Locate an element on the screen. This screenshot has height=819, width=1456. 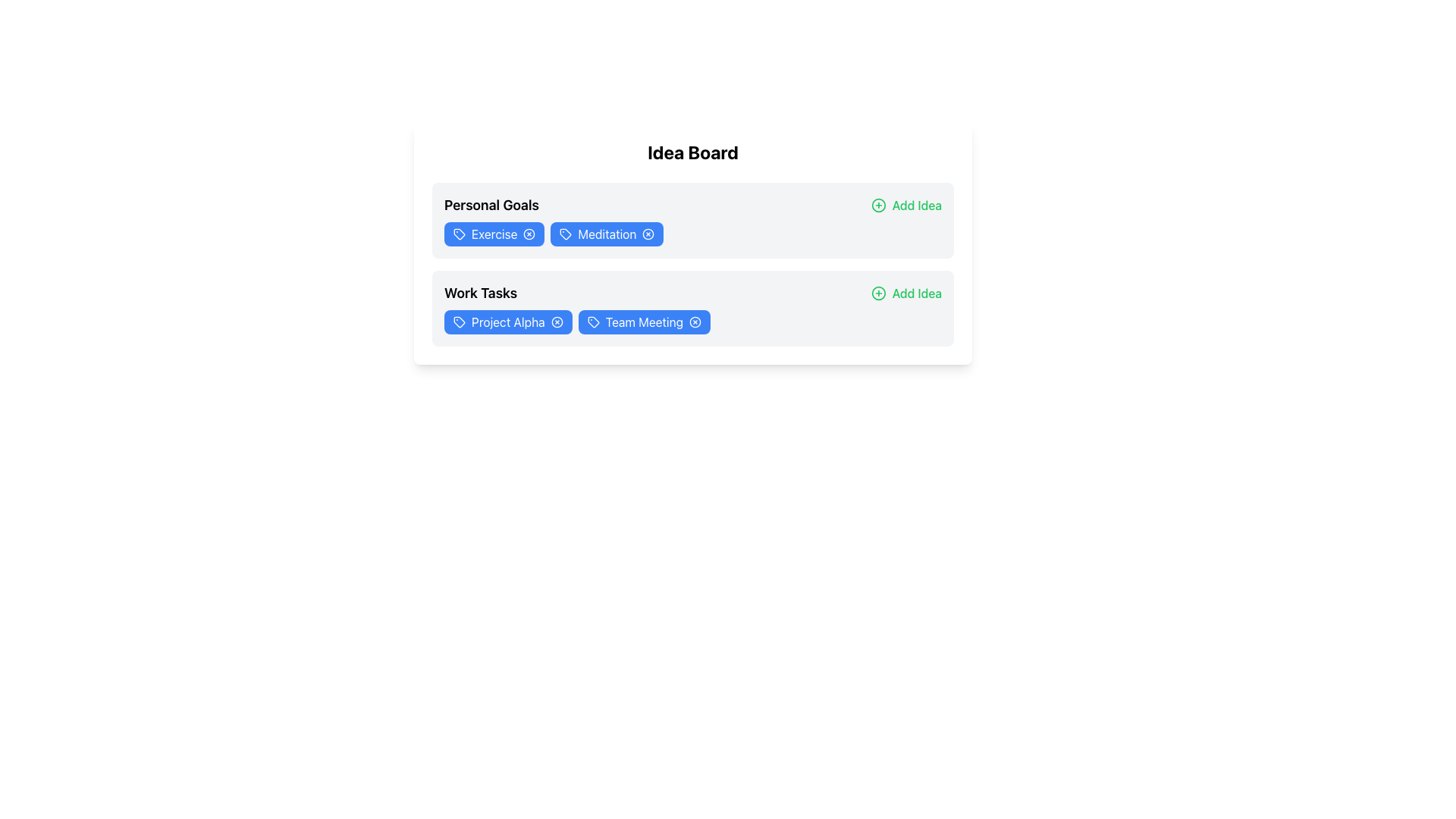
the 'Add Idea' button, which features green text and a circular plus sign icon, located to the right of the 'Work Tasks' section is located at coordinates (906, 293).